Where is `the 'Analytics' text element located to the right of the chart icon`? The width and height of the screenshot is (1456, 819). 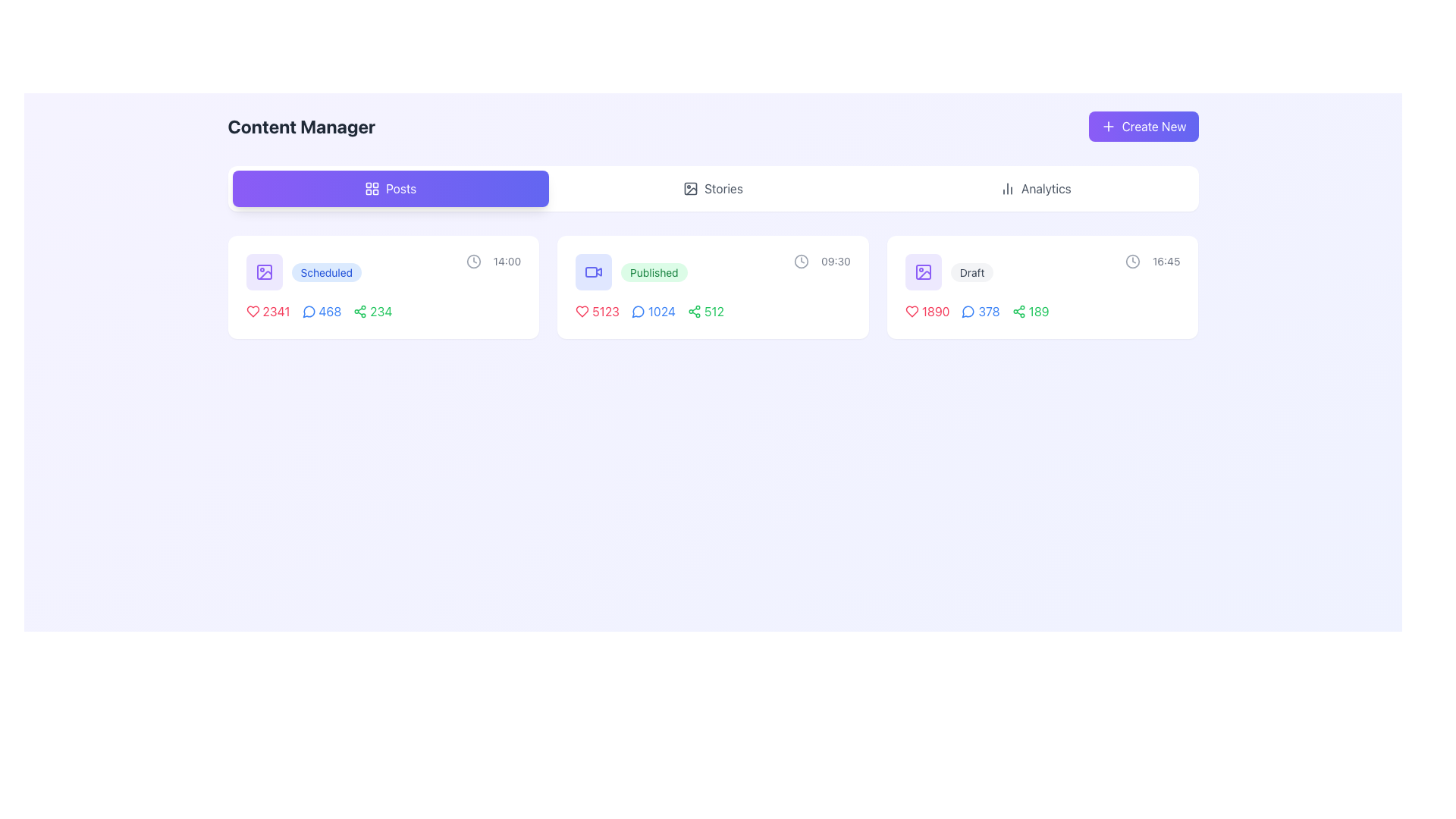 the 'Analytics' text element located to the right of the chart icon is located at coordinates (1045, 188).